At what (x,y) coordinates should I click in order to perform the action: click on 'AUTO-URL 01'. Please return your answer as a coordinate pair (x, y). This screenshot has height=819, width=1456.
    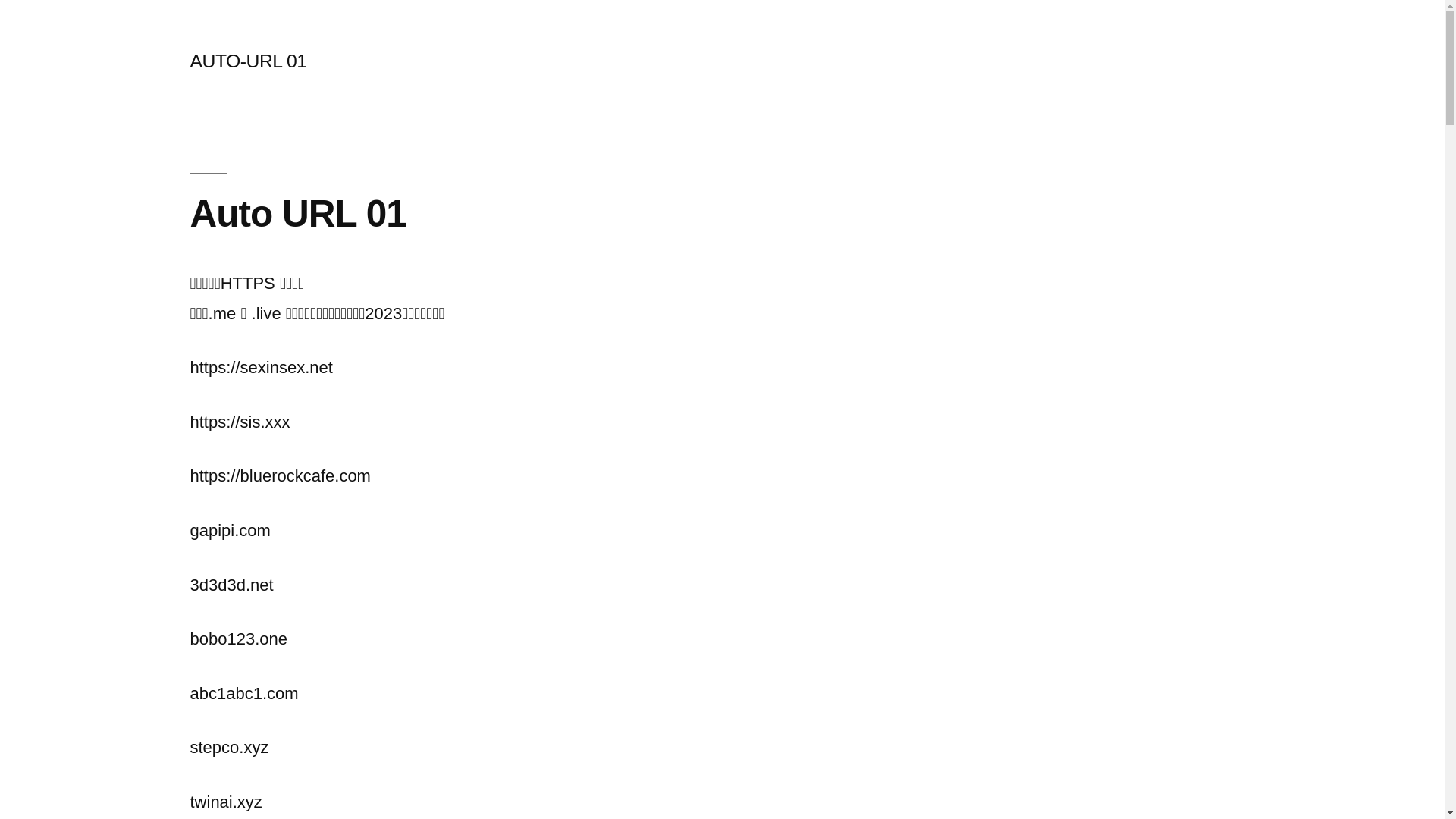
    Looking at the image, I should click on (188, 60).